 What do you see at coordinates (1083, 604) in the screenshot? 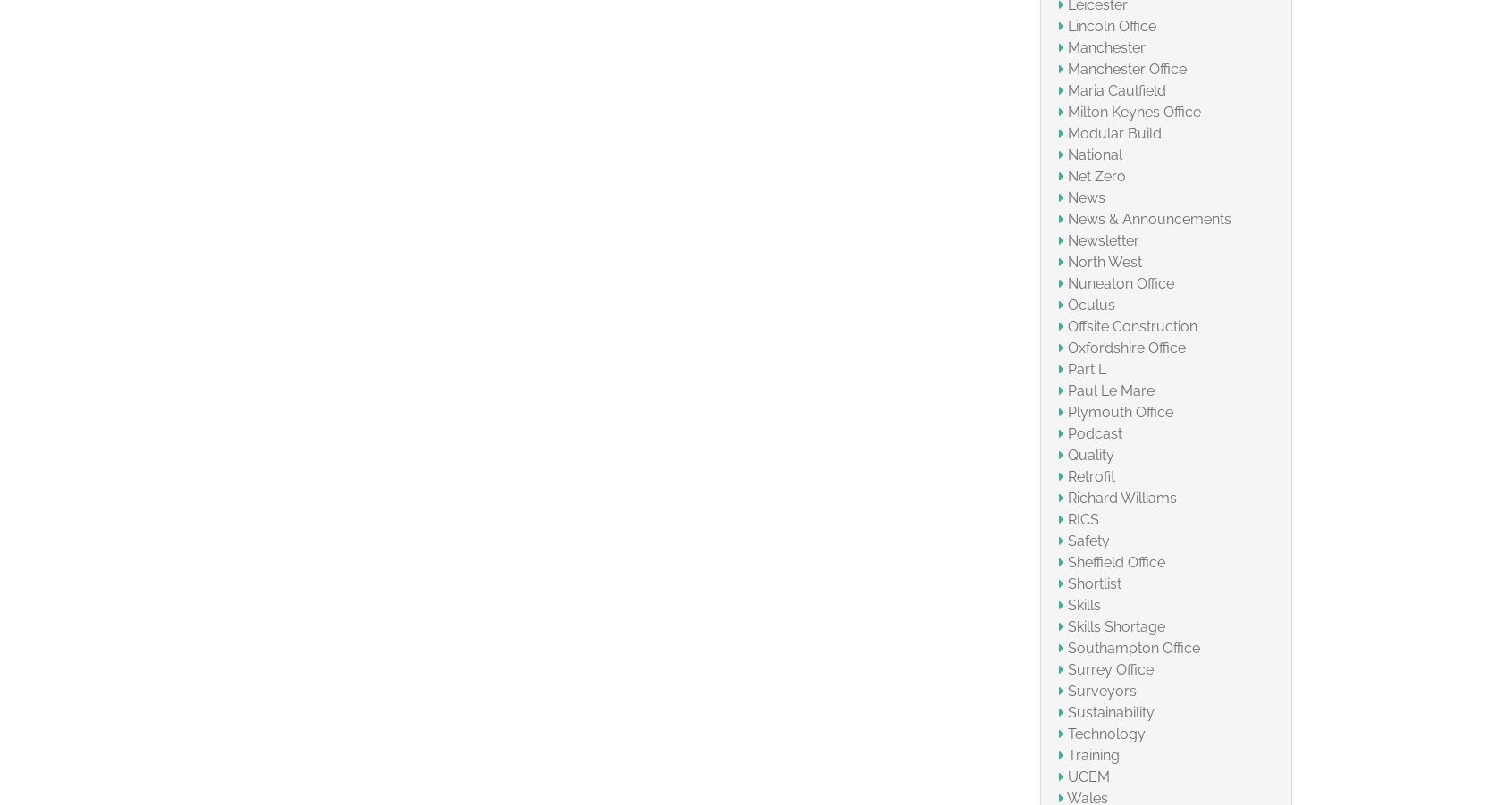
I see `'Skills'` at bounding box center [1083, 604].